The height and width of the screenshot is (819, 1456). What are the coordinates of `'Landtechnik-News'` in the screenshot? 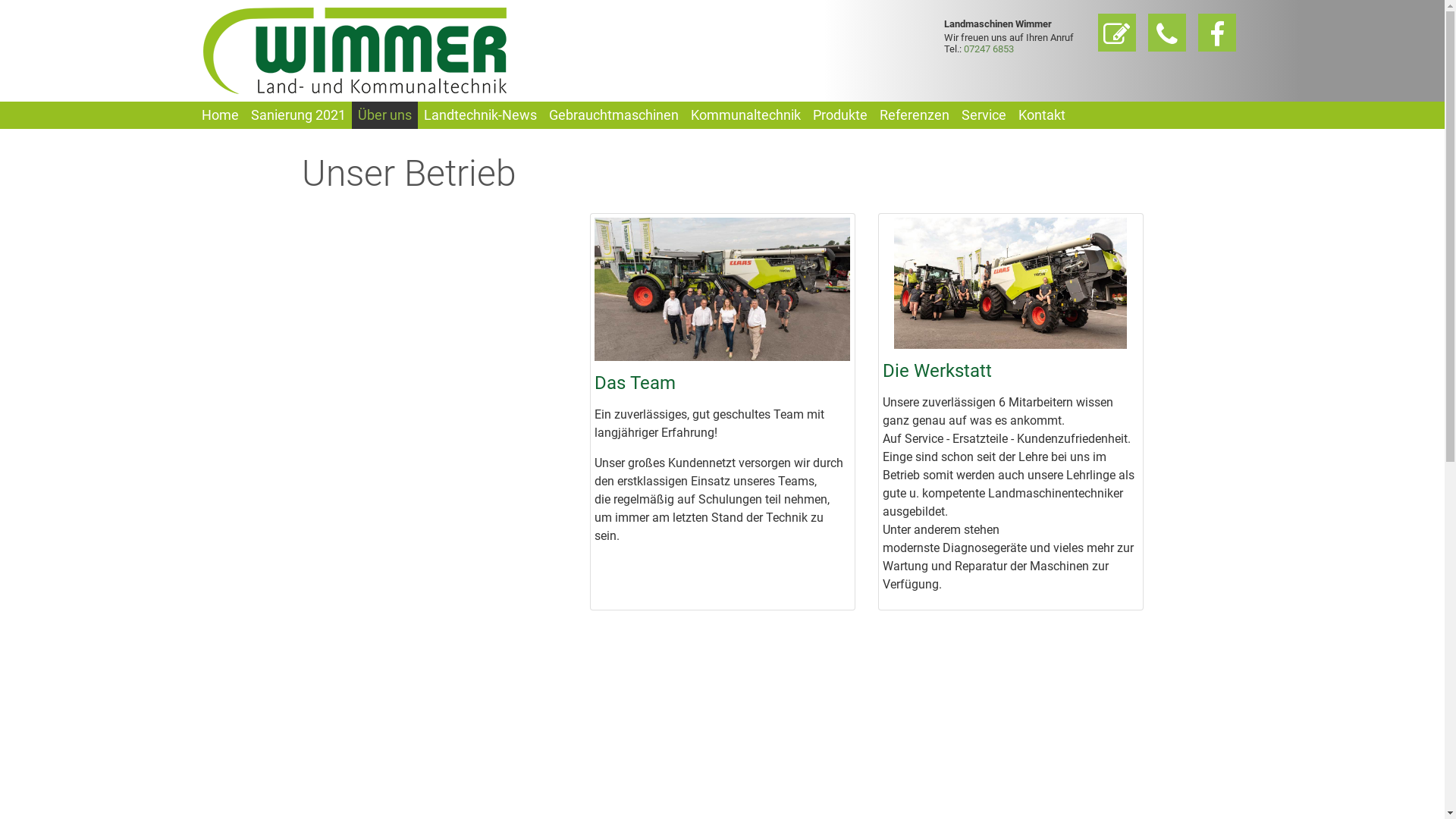 It's located at (479, 114).